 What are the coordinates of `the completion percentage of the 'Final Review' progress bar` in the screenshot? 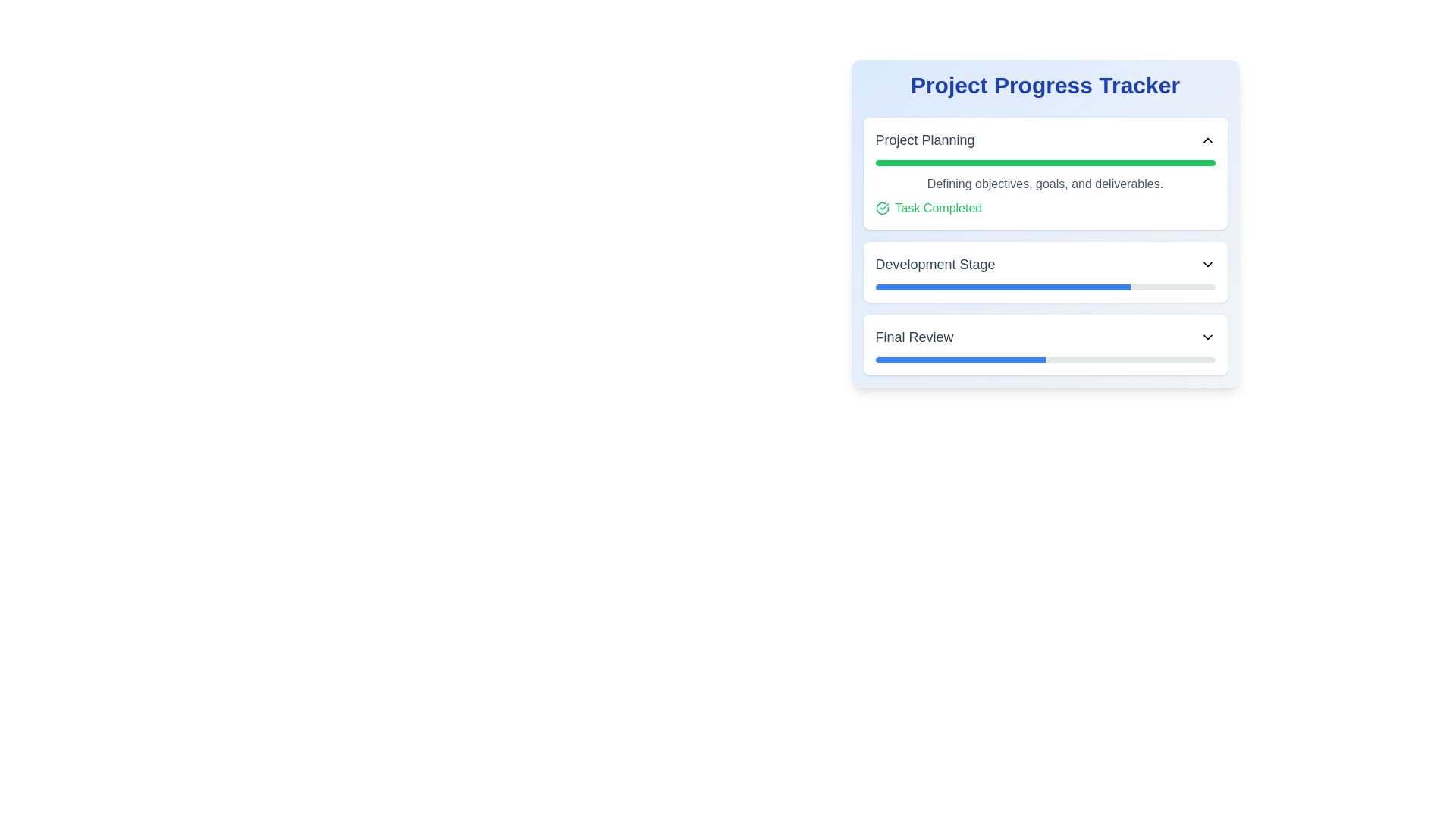 It's located at (1173, 359).